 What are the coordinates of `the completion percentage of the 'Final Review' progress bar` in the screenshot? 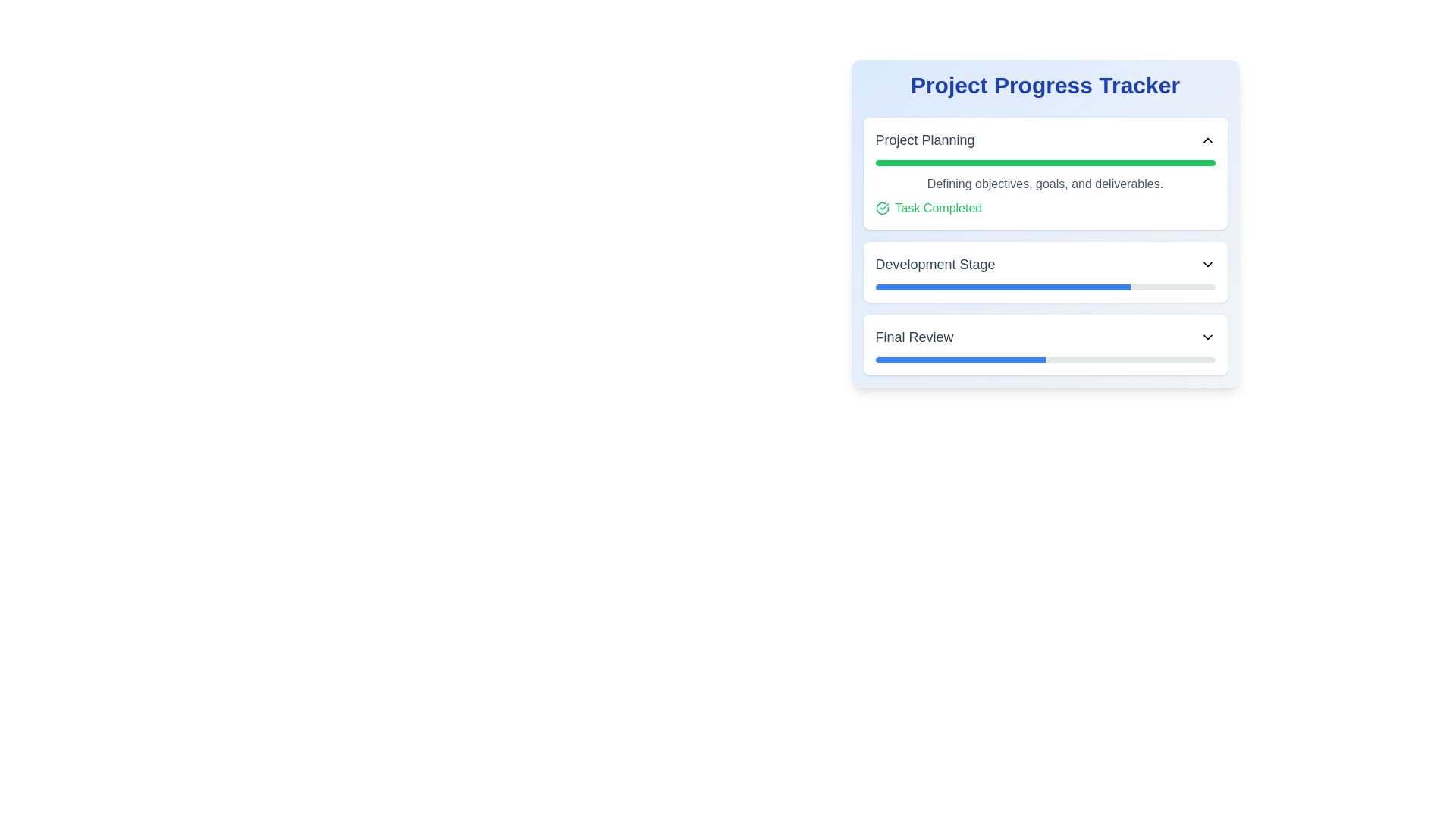 It's located at (1173, 359).